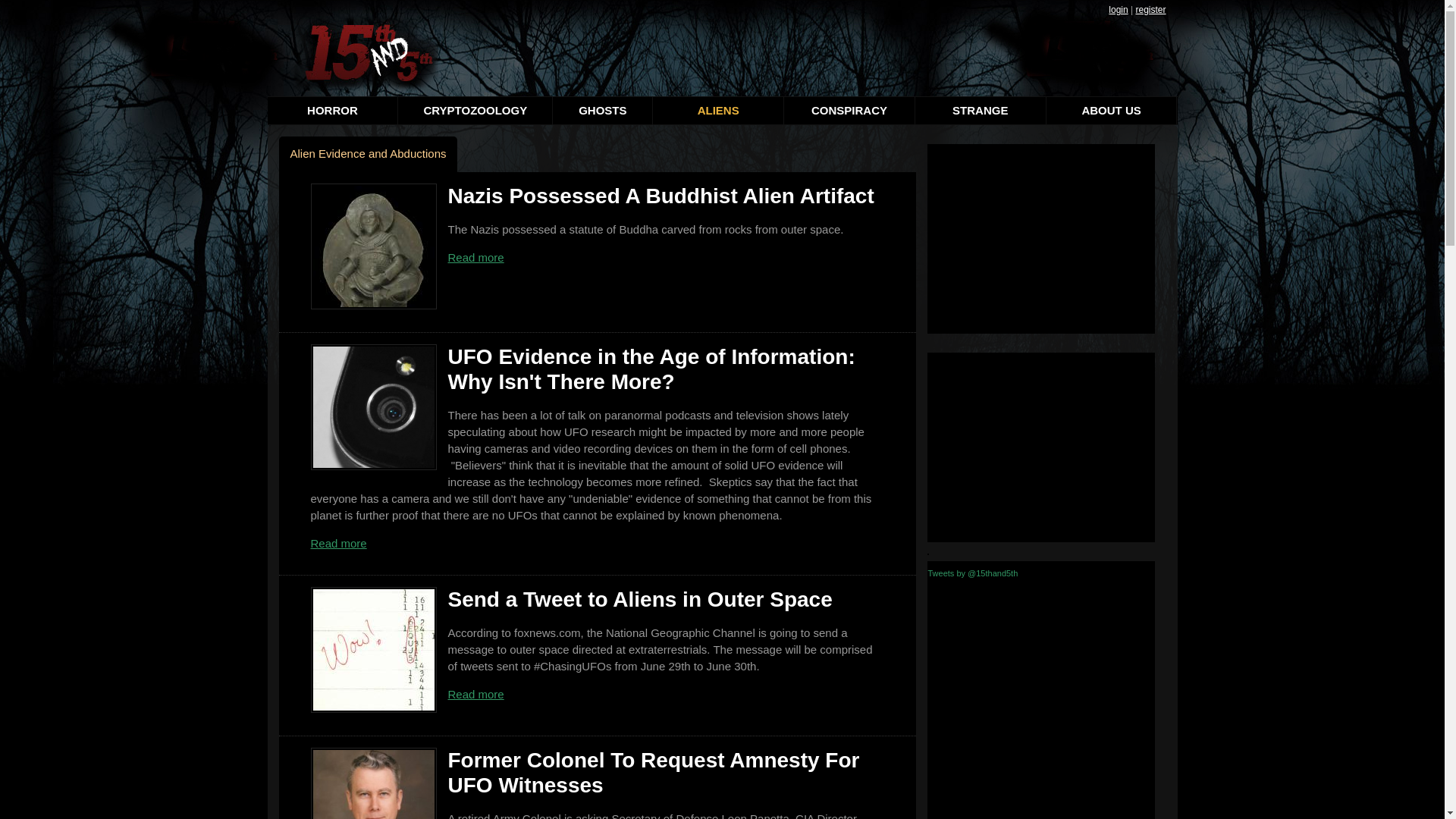 The height and width of the screenshot is (819, 1456). I want to click on 'STRANGE', so click(981, 110).